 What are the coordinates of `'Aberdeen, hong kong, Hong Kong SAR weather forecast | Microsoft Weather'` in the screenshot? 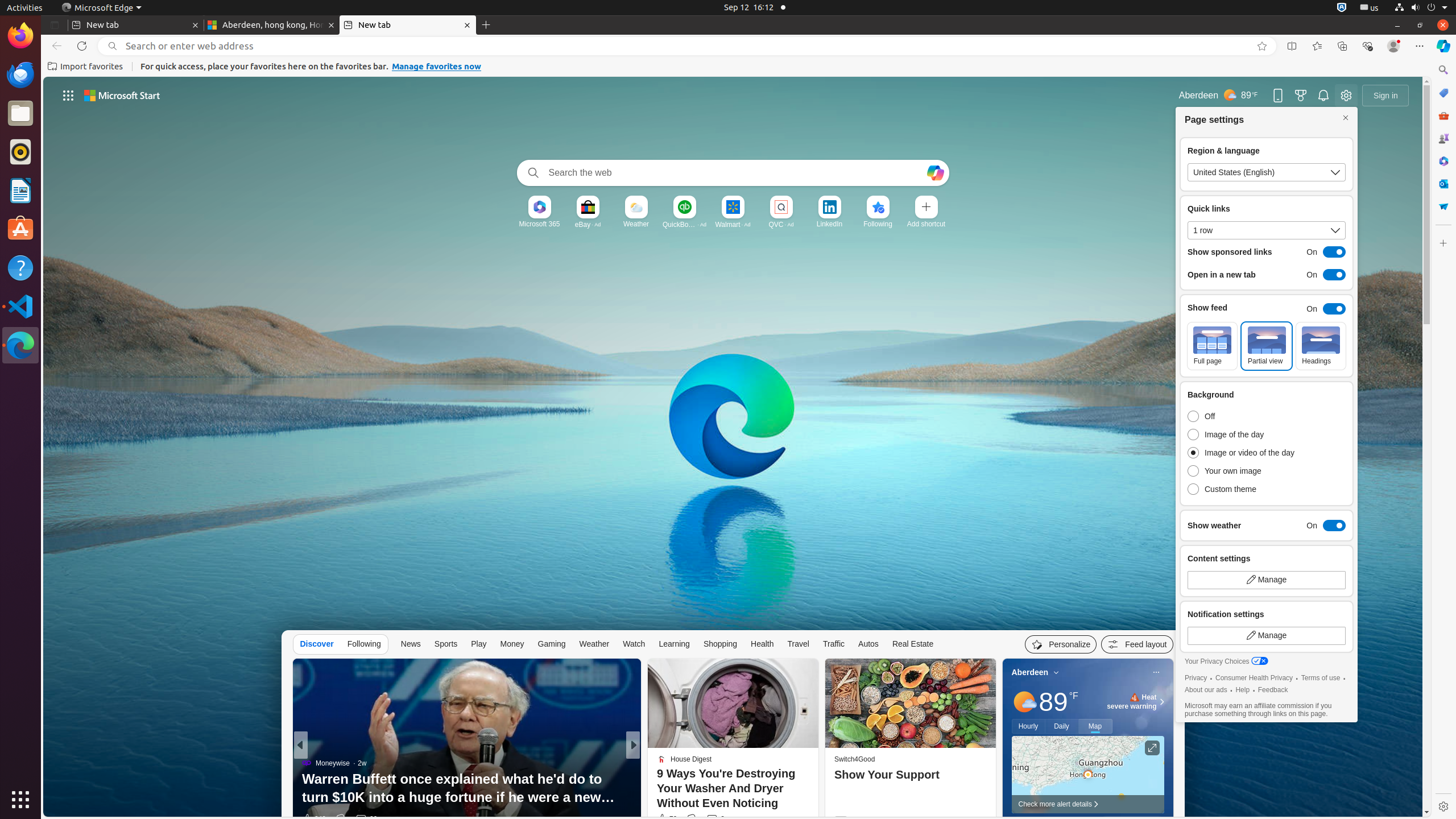 It's located at (271, 24).